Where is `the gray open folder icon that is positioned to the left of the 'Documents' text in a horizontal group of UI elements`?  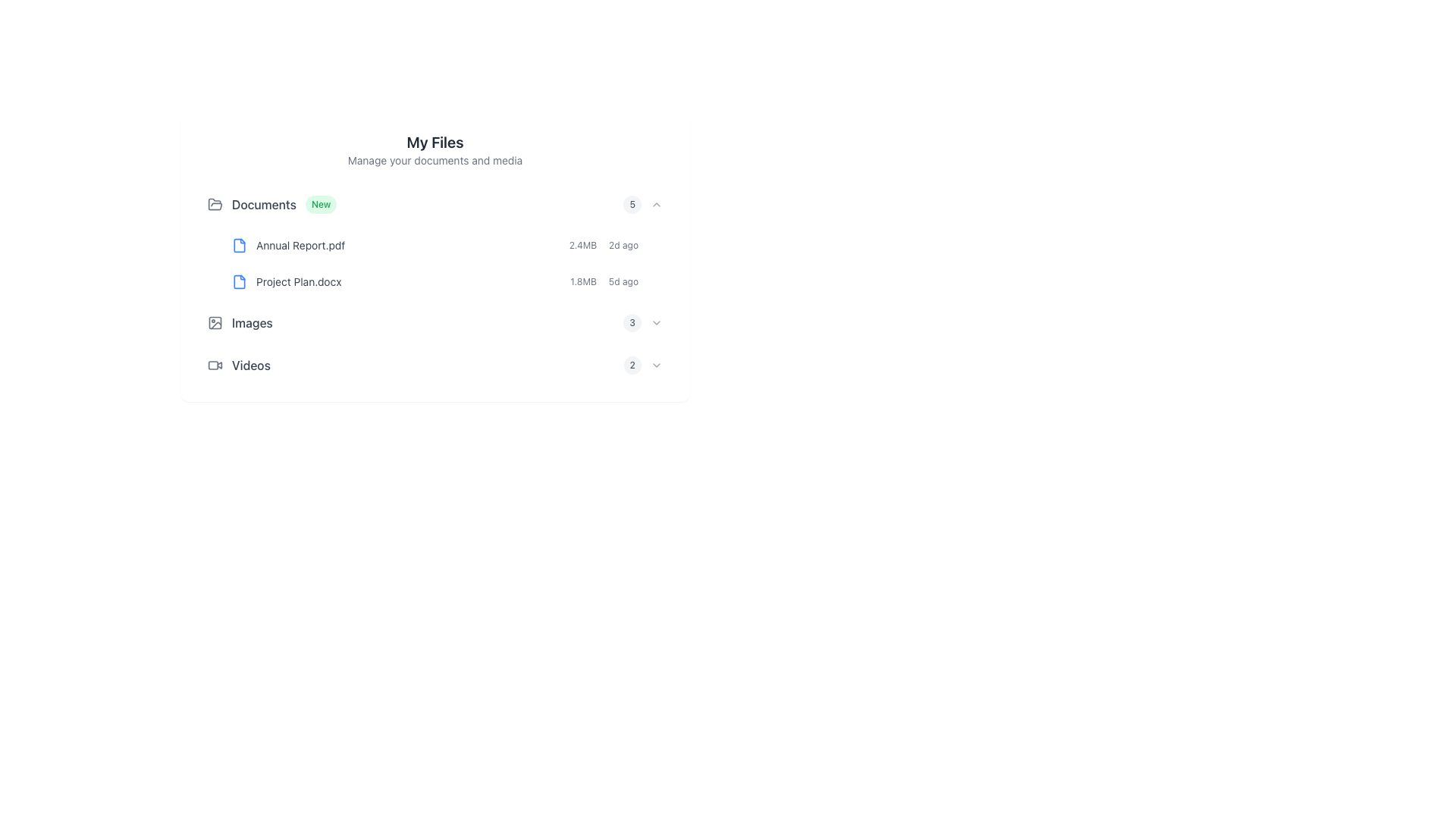 the gray open folder icon that is positioned to the left of the 'Documents' text in a horizontal group of UI elements is located at coordinates (214, 205).